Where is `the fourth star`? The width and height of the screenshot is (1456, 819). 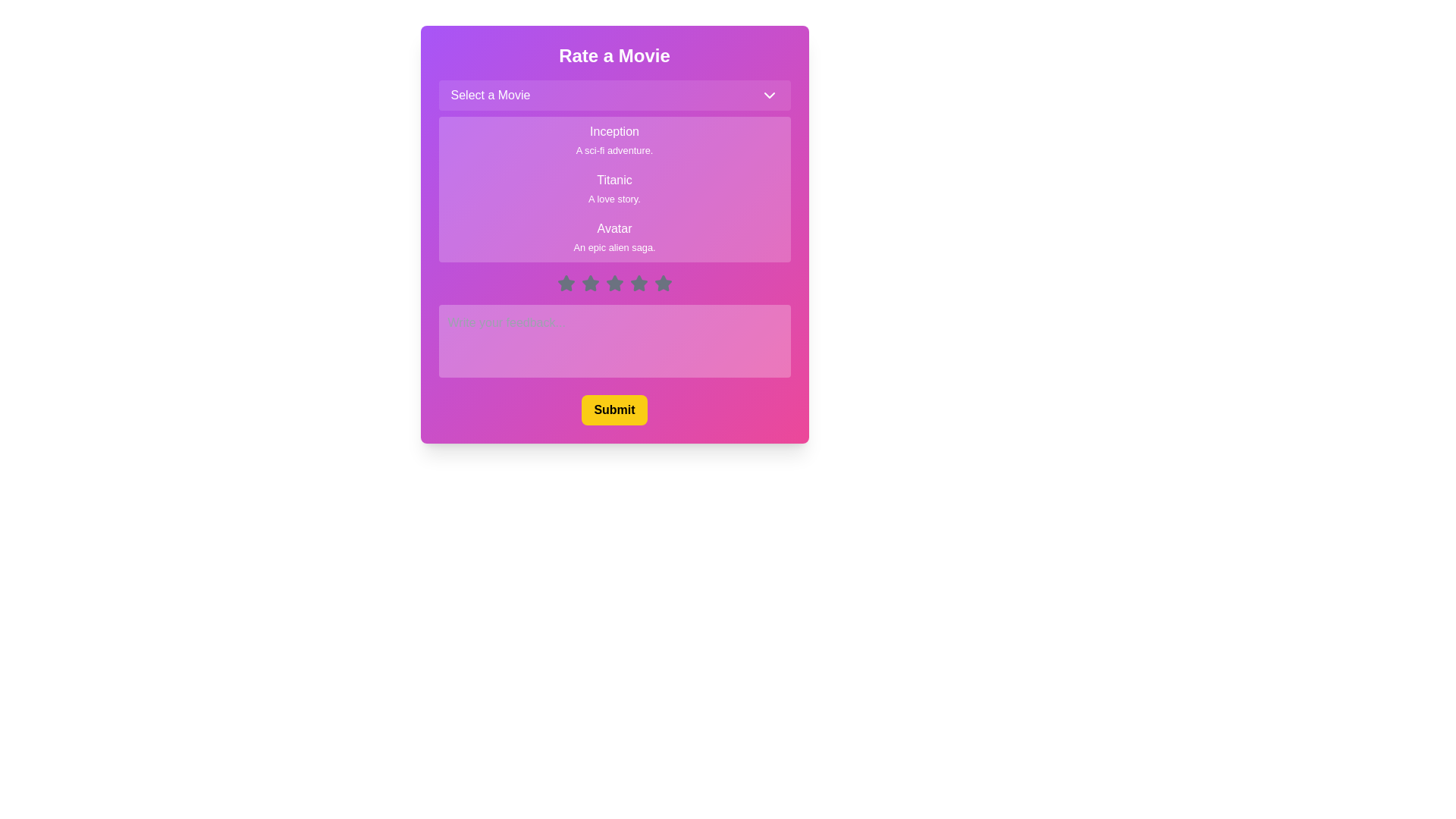 the fourth star is located at coordinates (614, 284).